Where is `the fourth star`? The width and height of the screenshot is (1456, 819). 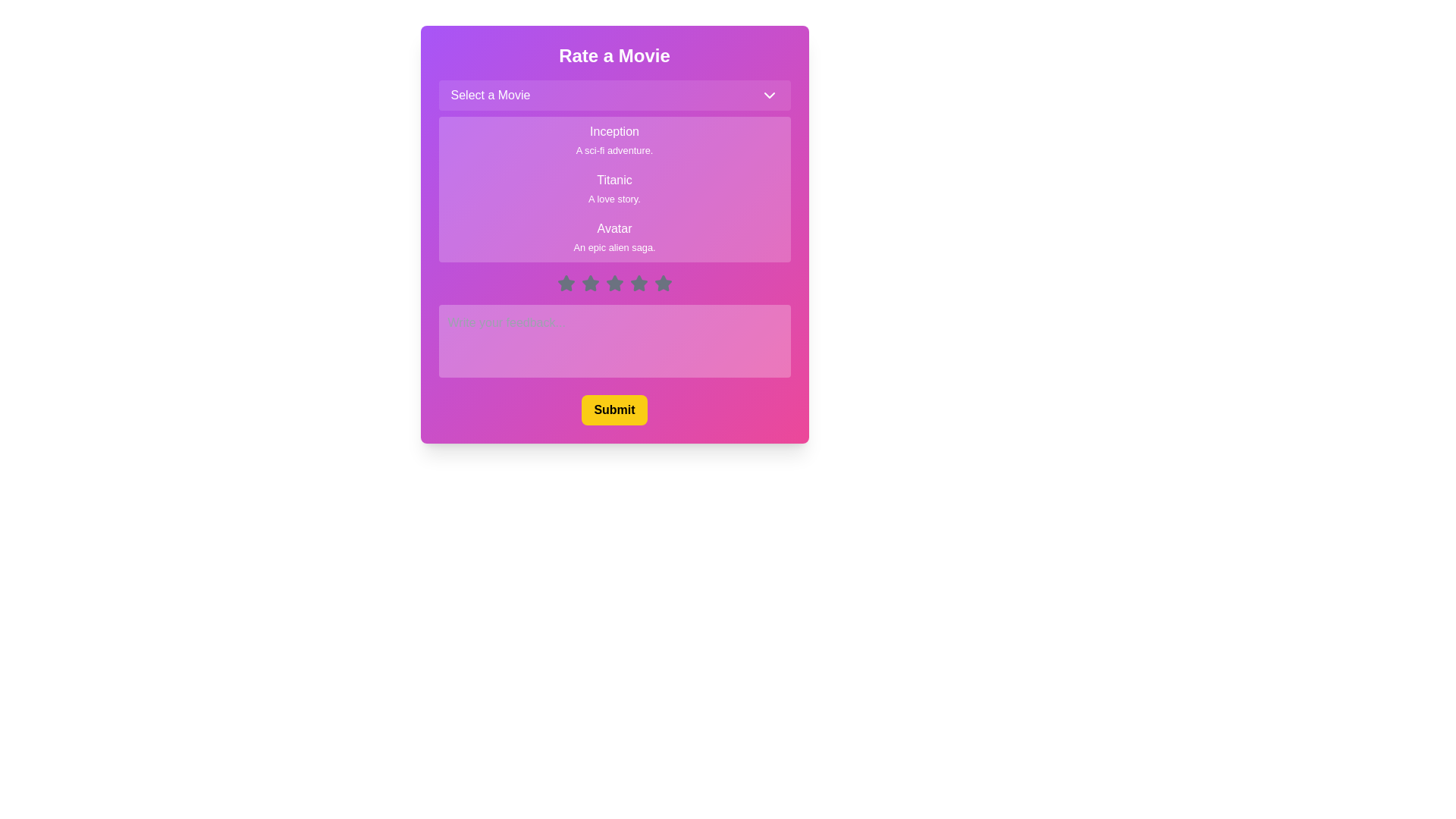 the fourth star is located at coordinates (614, 284).